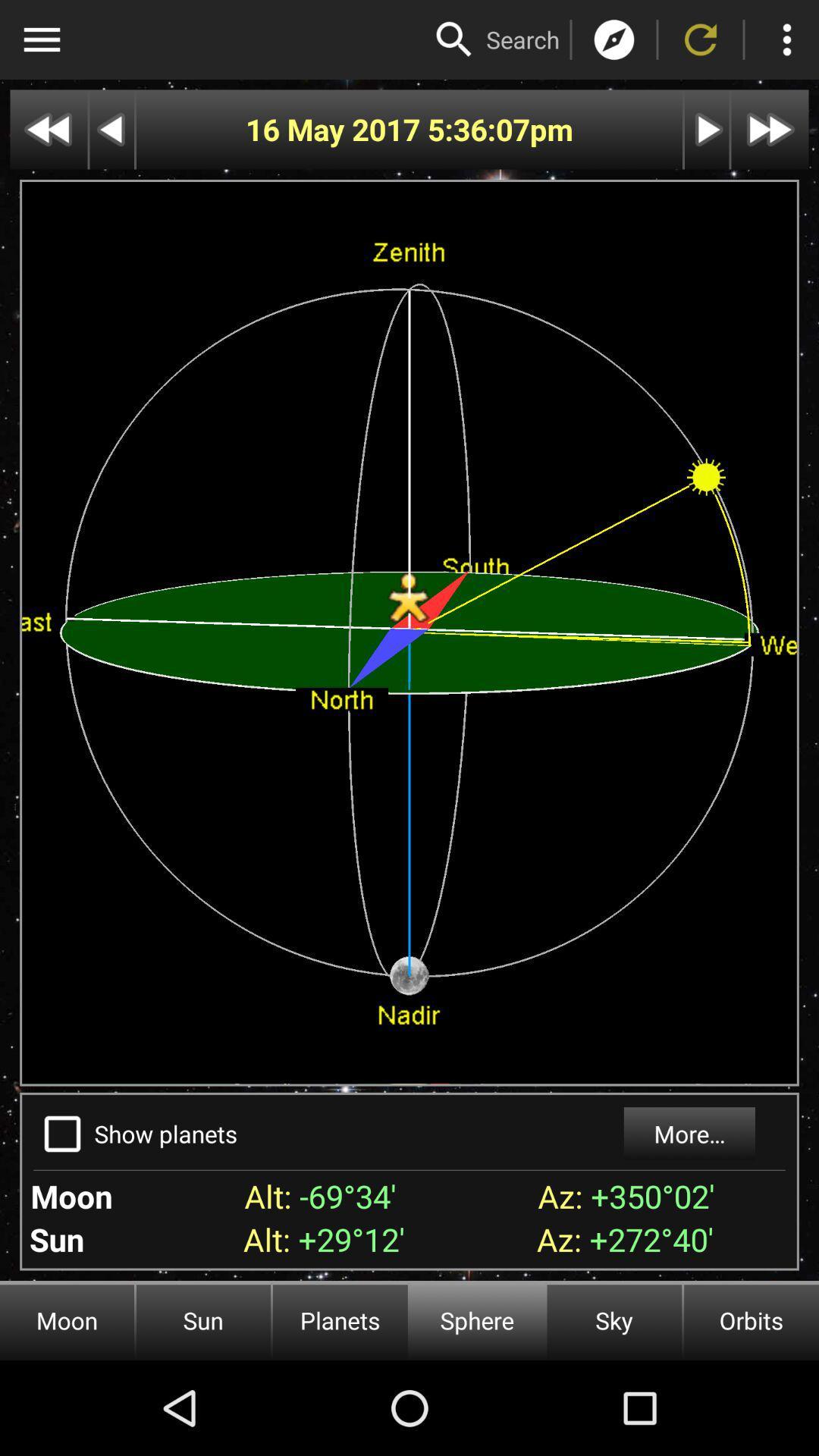 The height and width of the screenshot is (1456, 819). I want to click on open menu, so click(41, 39).